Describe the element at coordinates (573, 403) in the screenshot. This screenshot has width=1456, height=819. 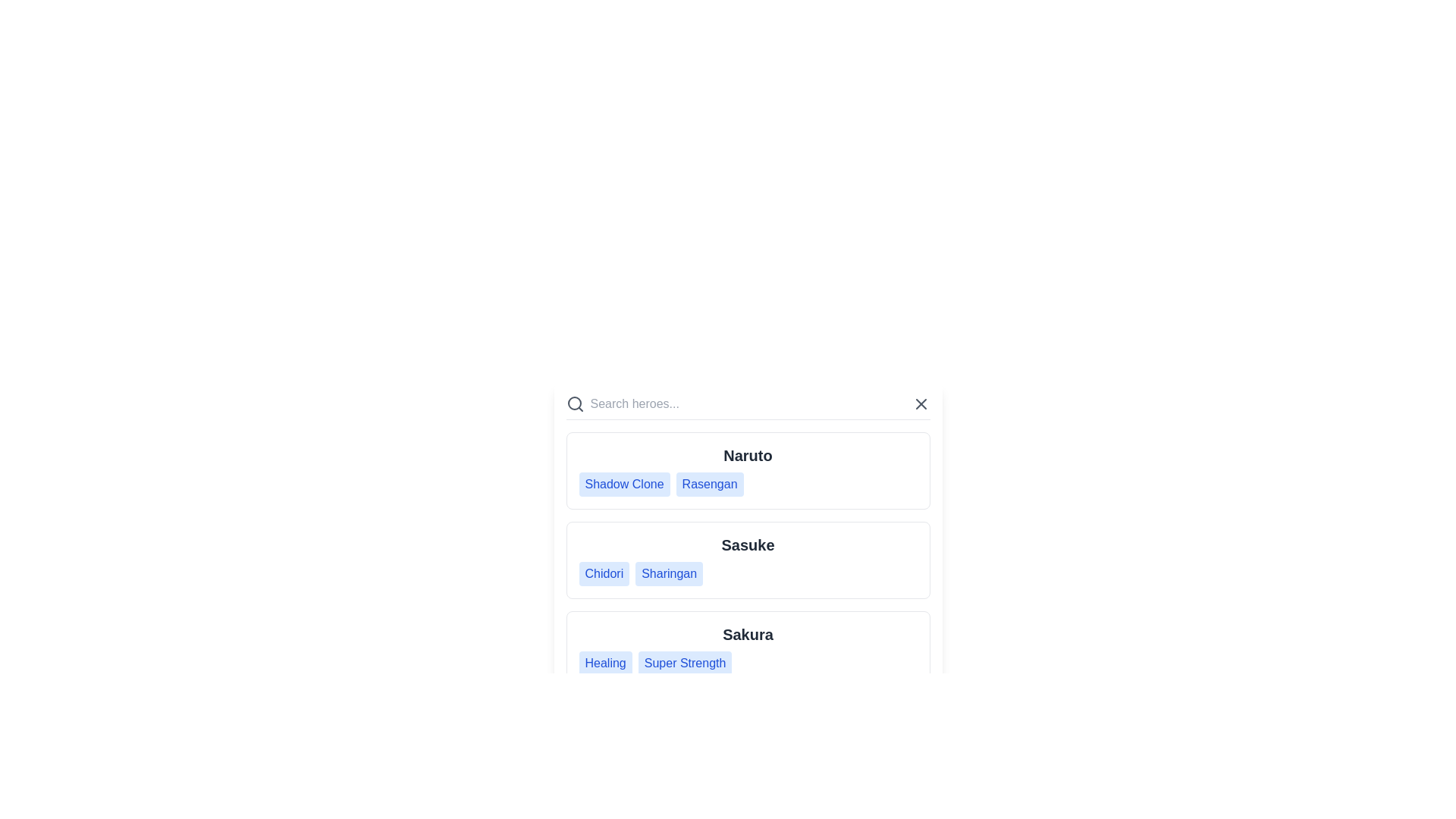
I see `the SVG circle graphic representing the search functionality of the magnifying glass icon, which is located to the left of the 'Search heroes...' text input` at that location.